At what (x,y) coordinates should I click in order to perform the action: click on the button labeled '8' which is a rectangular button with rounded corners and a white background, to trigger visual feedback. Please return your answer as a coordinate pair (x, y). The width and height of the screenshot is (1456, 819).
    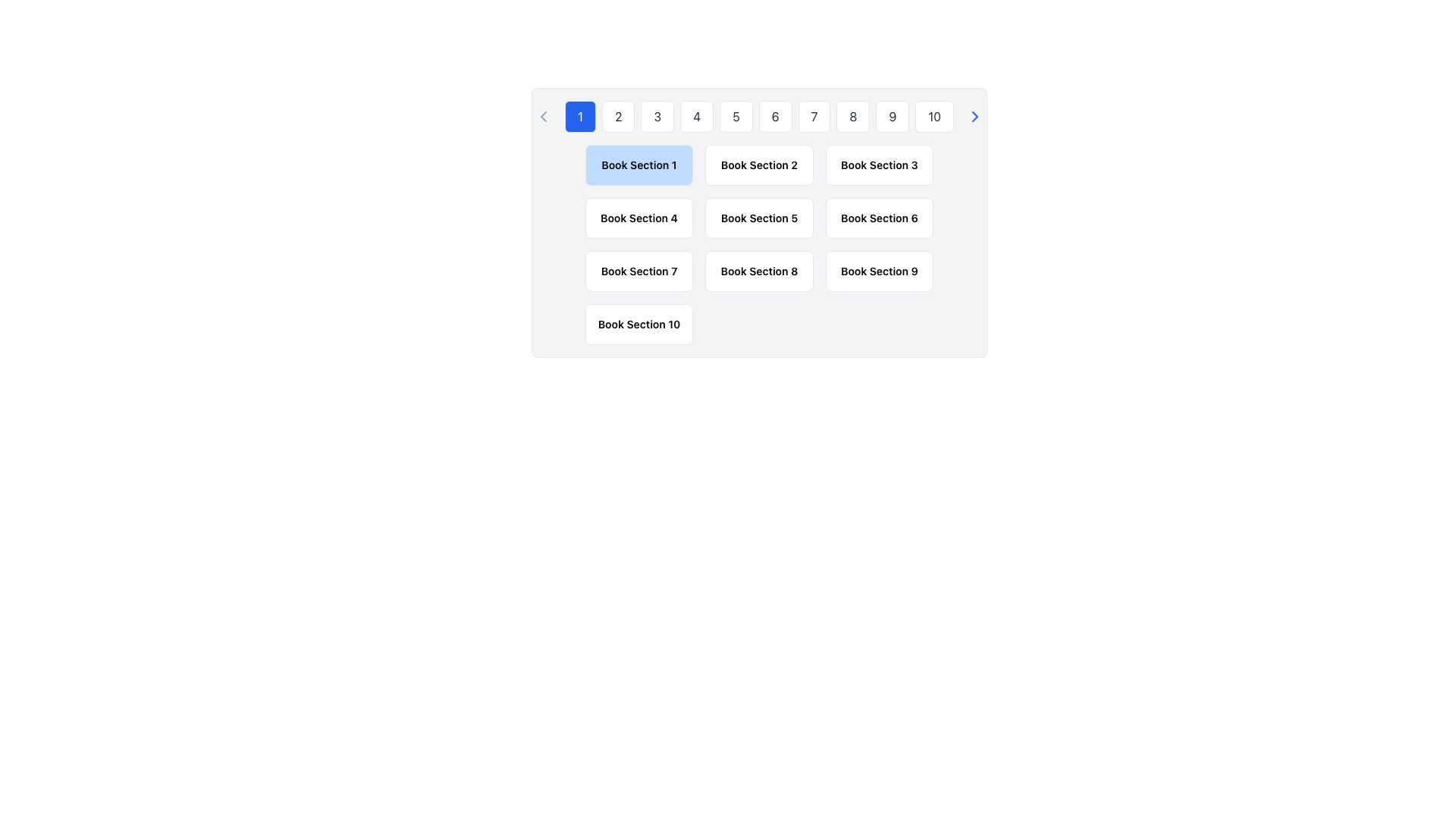
    Looking at the image, I should click on (853, 116).